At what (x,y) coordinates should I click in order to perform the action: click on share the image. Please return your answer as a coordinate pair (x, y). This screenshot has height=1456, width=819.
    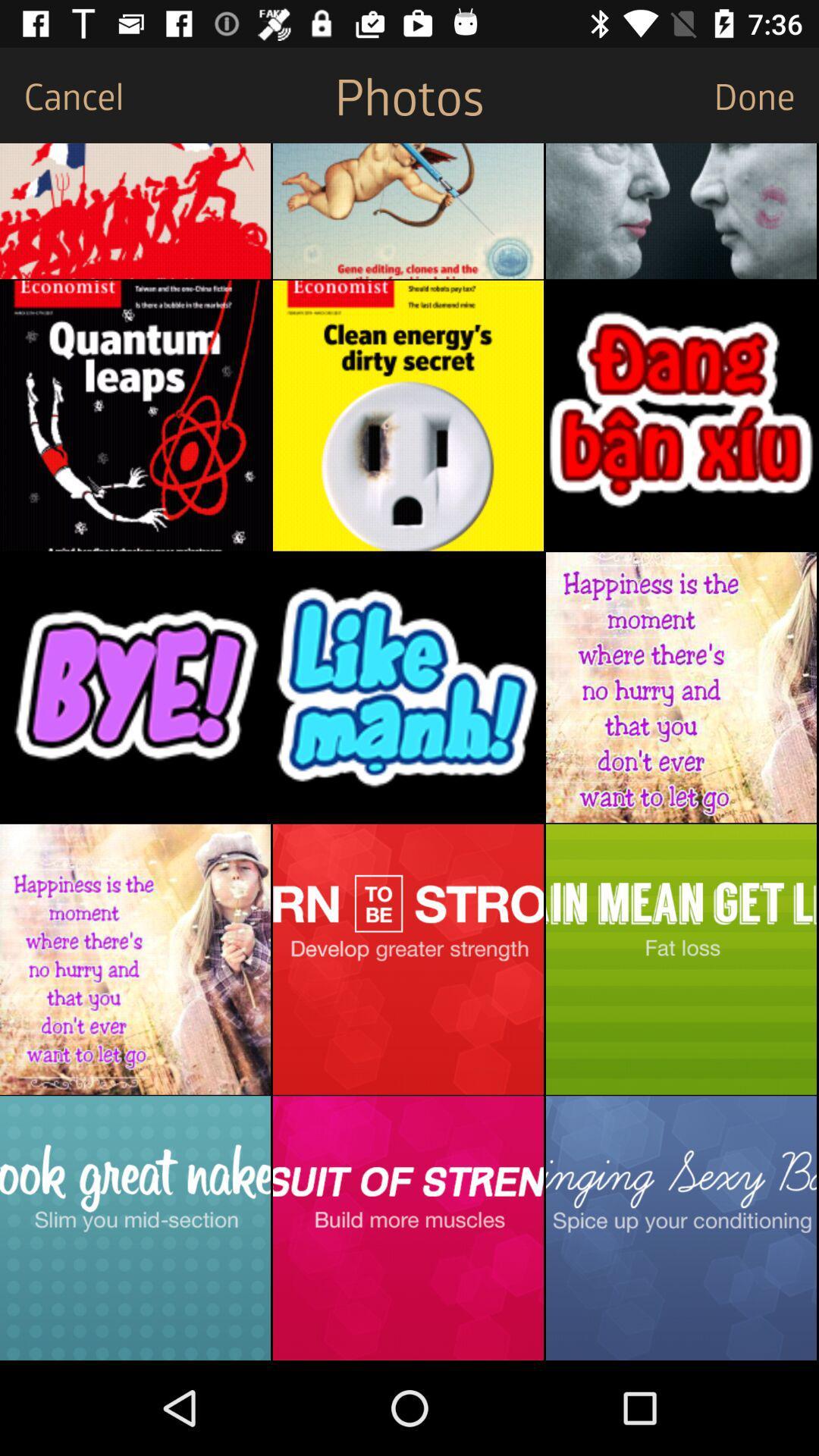
    Looking at the image, I should click on (680, 1228).